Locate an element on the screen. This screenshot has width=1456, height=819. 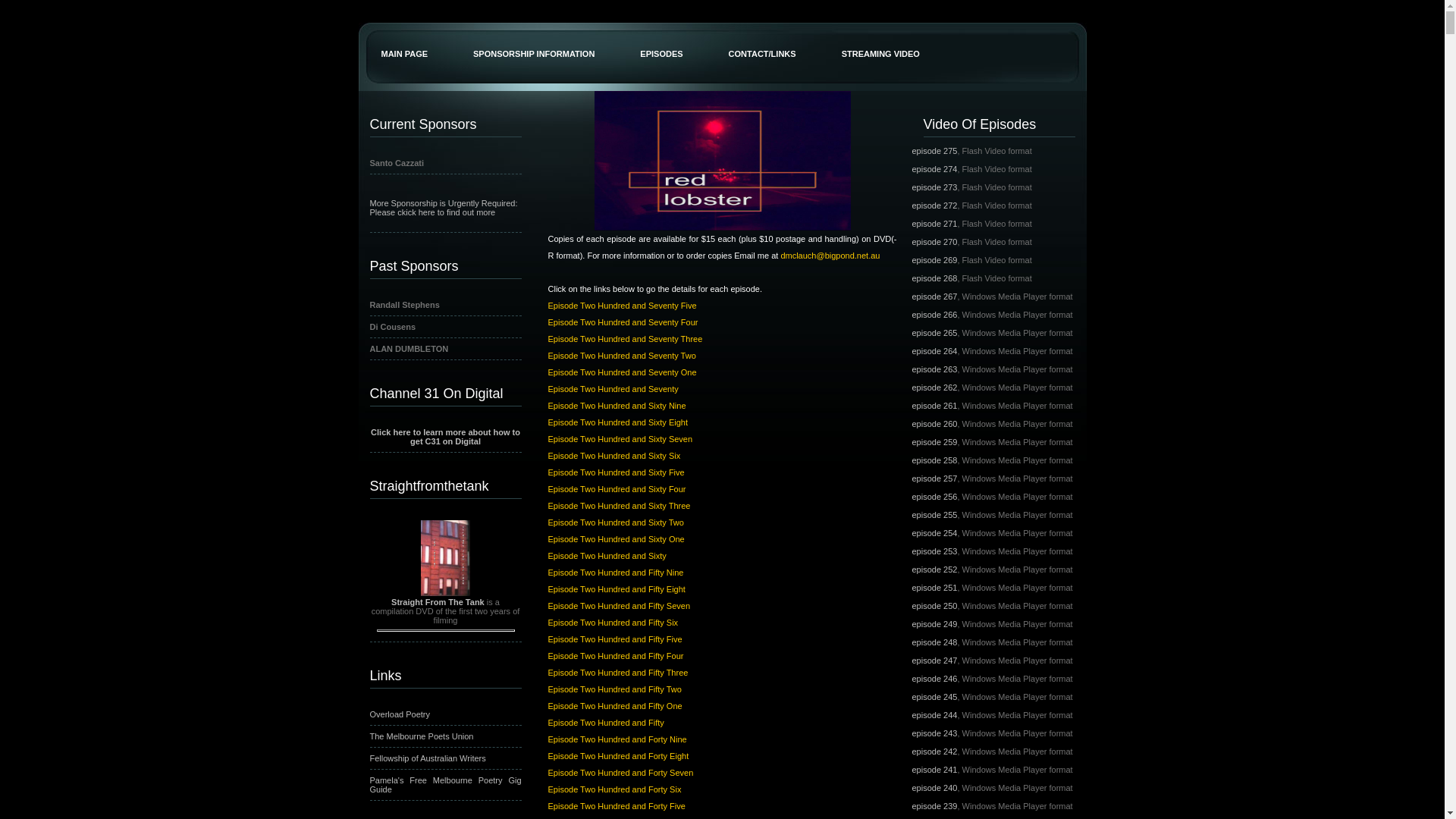
'Episode Two Hundred and Forty Nine' is located at coordinates (617, 739).